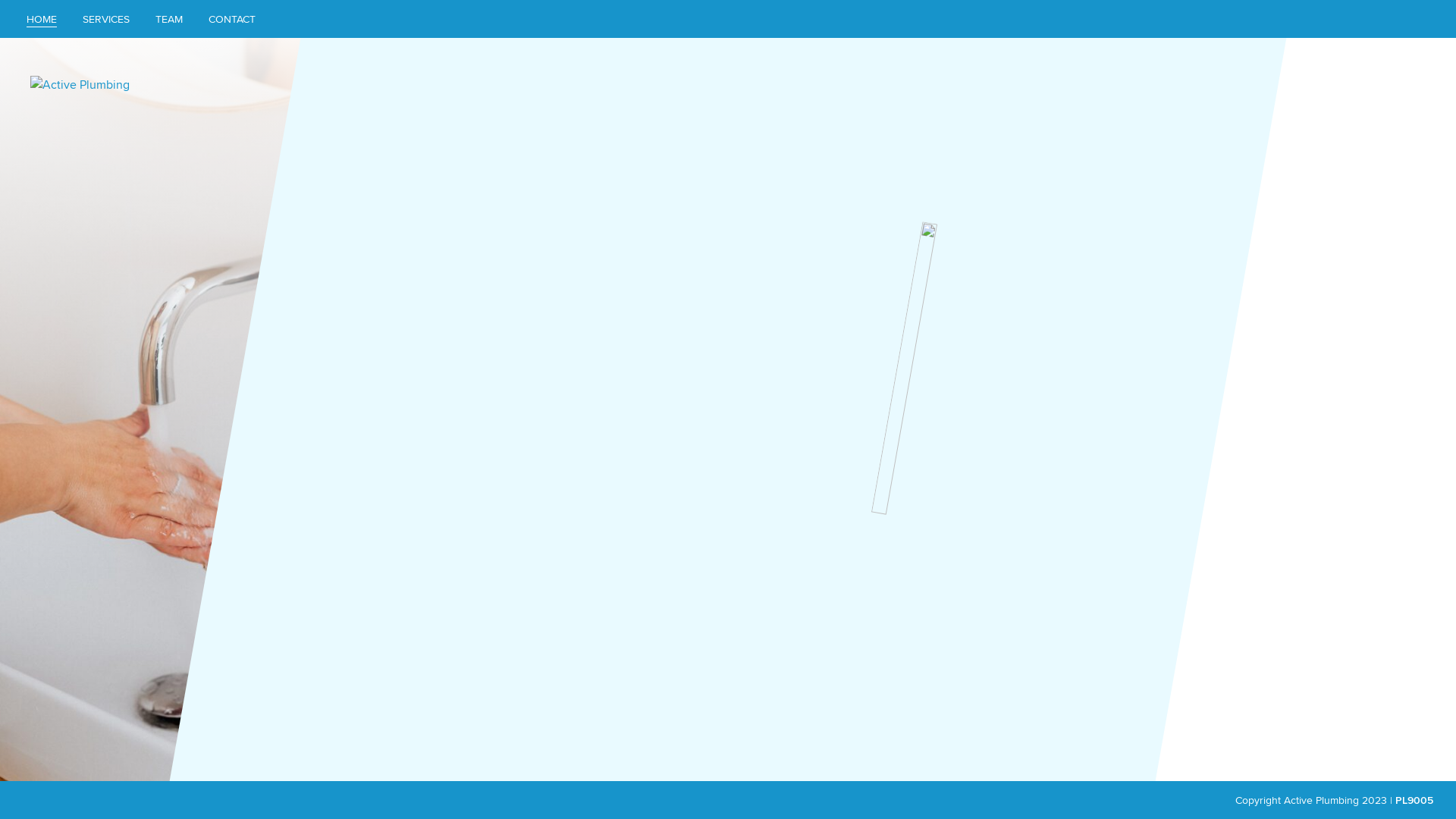 This screenshot has width=1456, height=819. Describe the element at coordinates (196, 18) in the screenshot. I see `'CONTACT'` at that location.